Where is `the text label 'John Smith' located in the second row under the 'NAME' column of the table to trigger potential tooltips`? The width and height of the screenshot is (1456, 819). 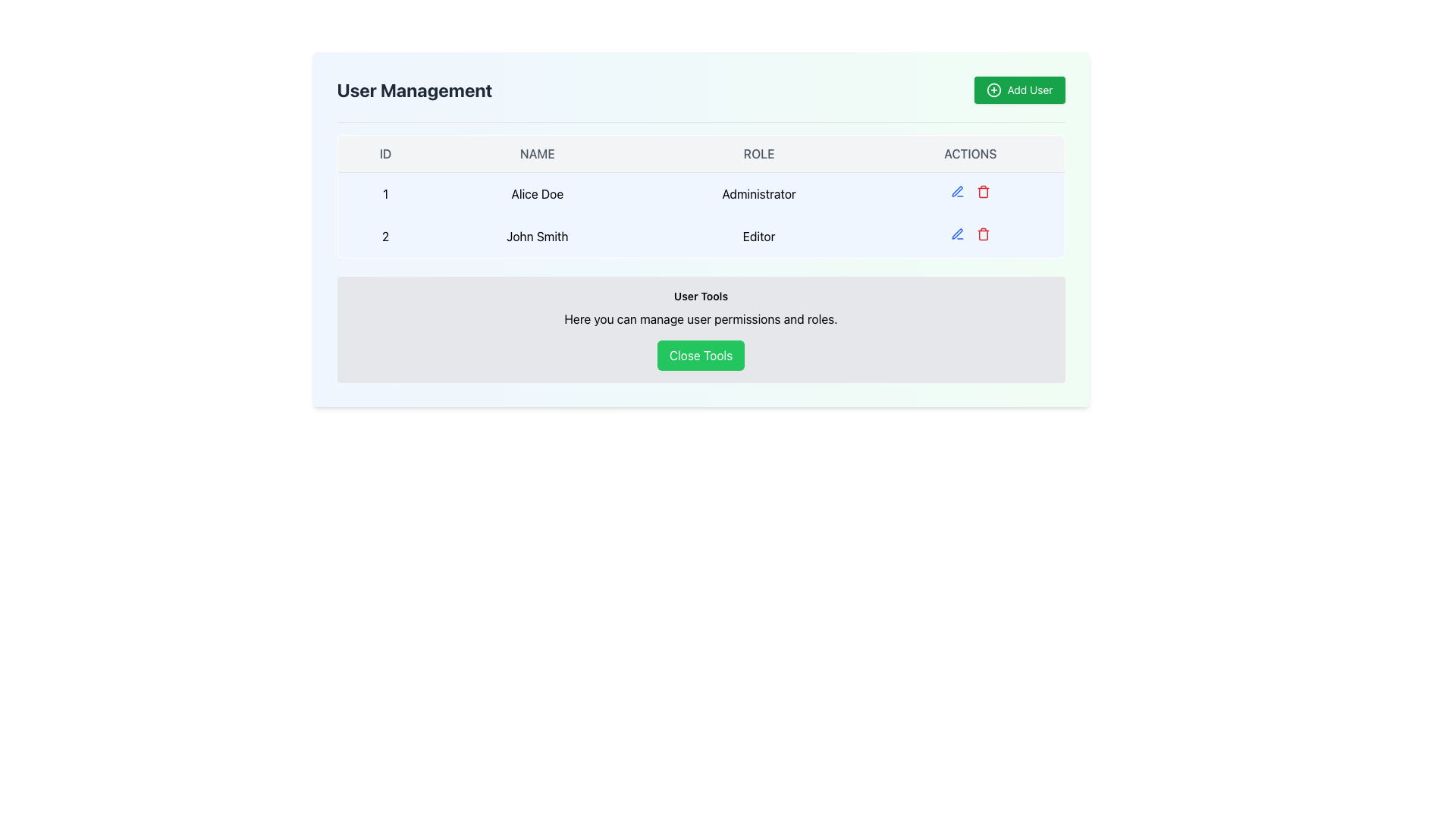 the text label 'John Smith' located in the second row under the 'NAME' column of the table to trigger potential tooltips is located at coordinates (537, 237).